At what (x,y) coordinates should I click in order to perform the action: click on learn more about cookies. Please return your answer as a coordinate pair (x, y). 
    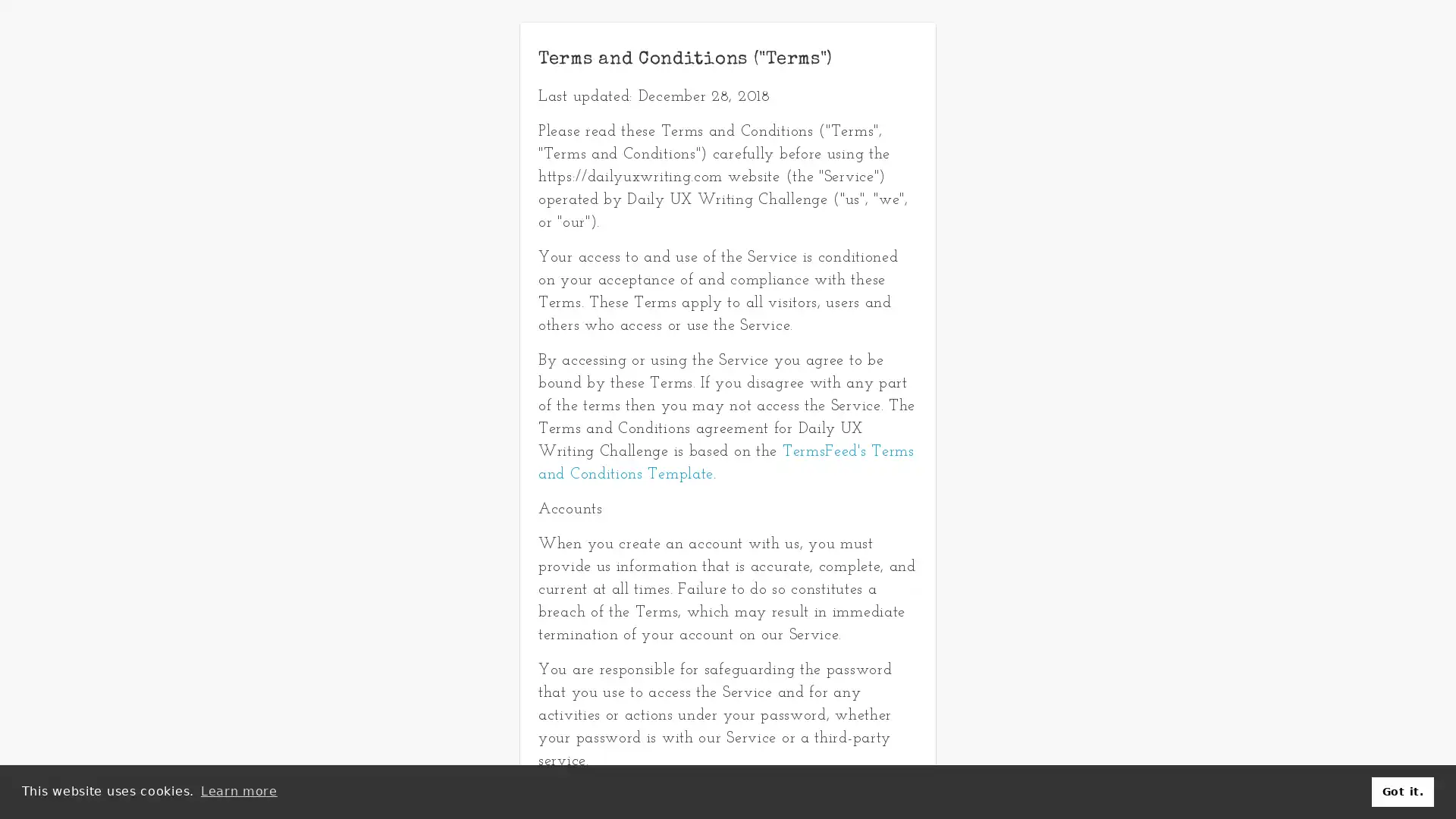
    Looking at the image, I should click on (238, 791).